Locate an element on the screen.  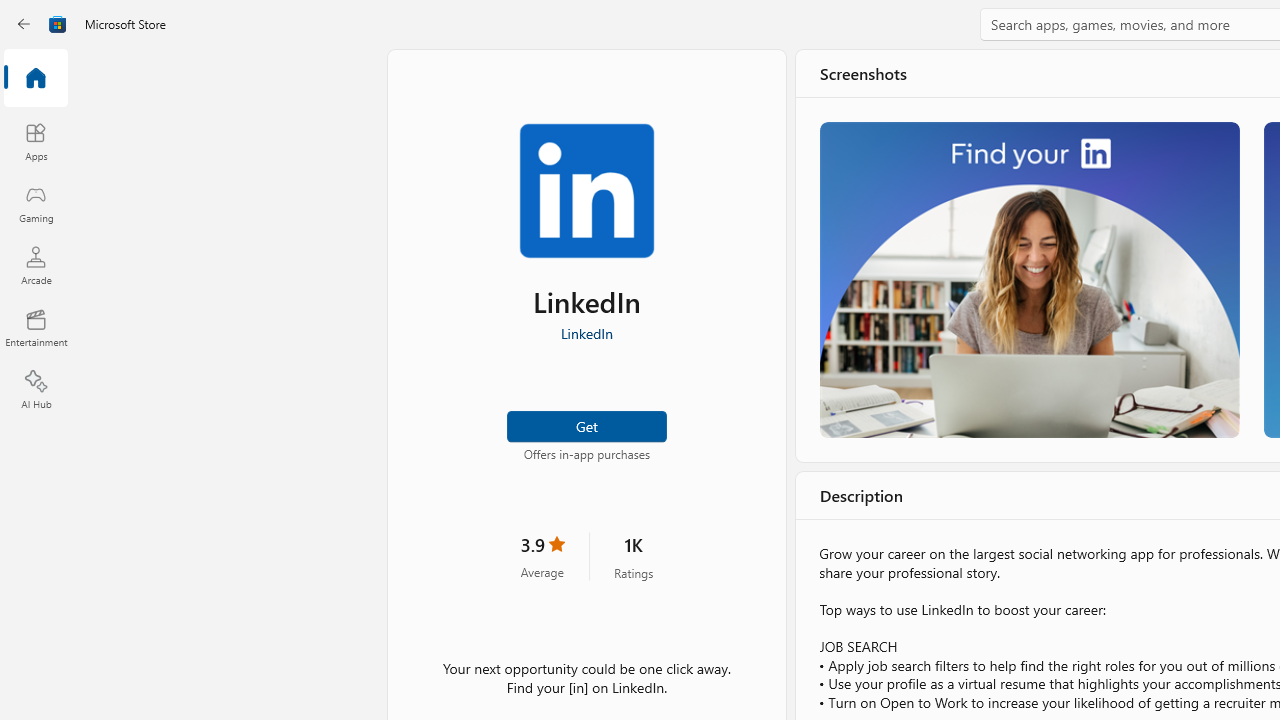
'LinkedIn' is located at coordinates (585, 332).